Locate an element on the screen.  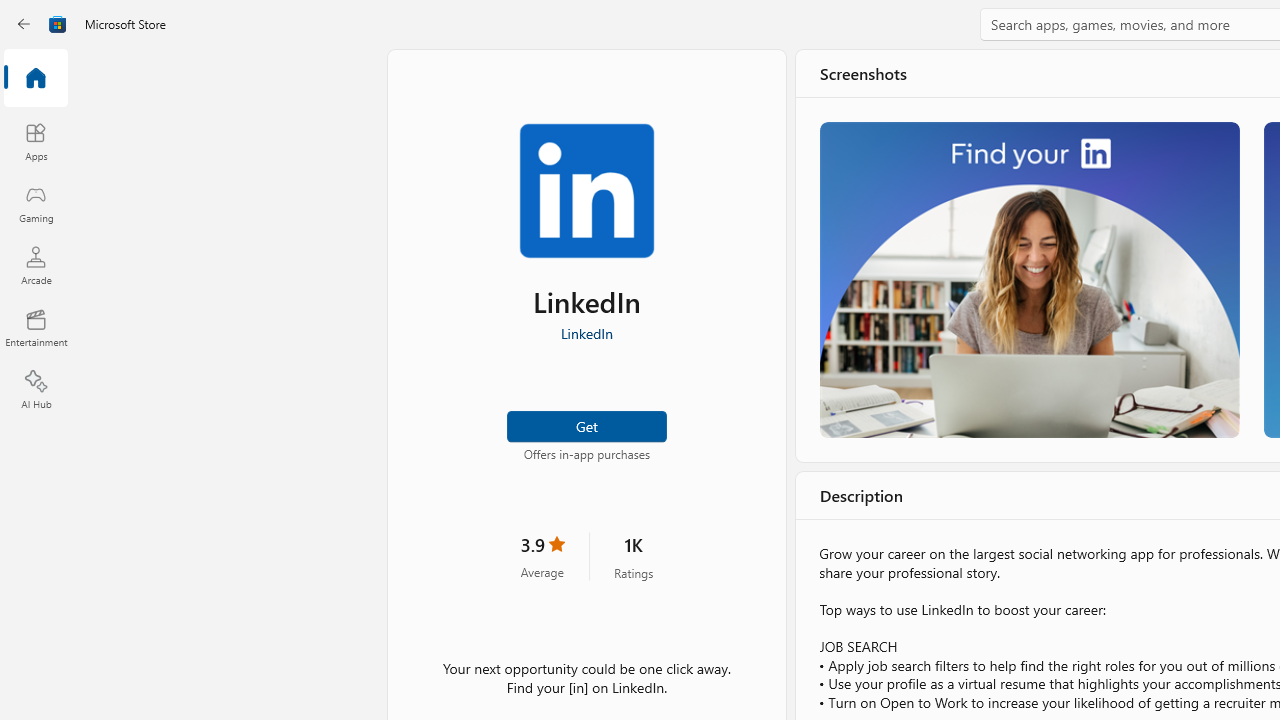
'LinkedIn' is located at coordinates (585, 332).